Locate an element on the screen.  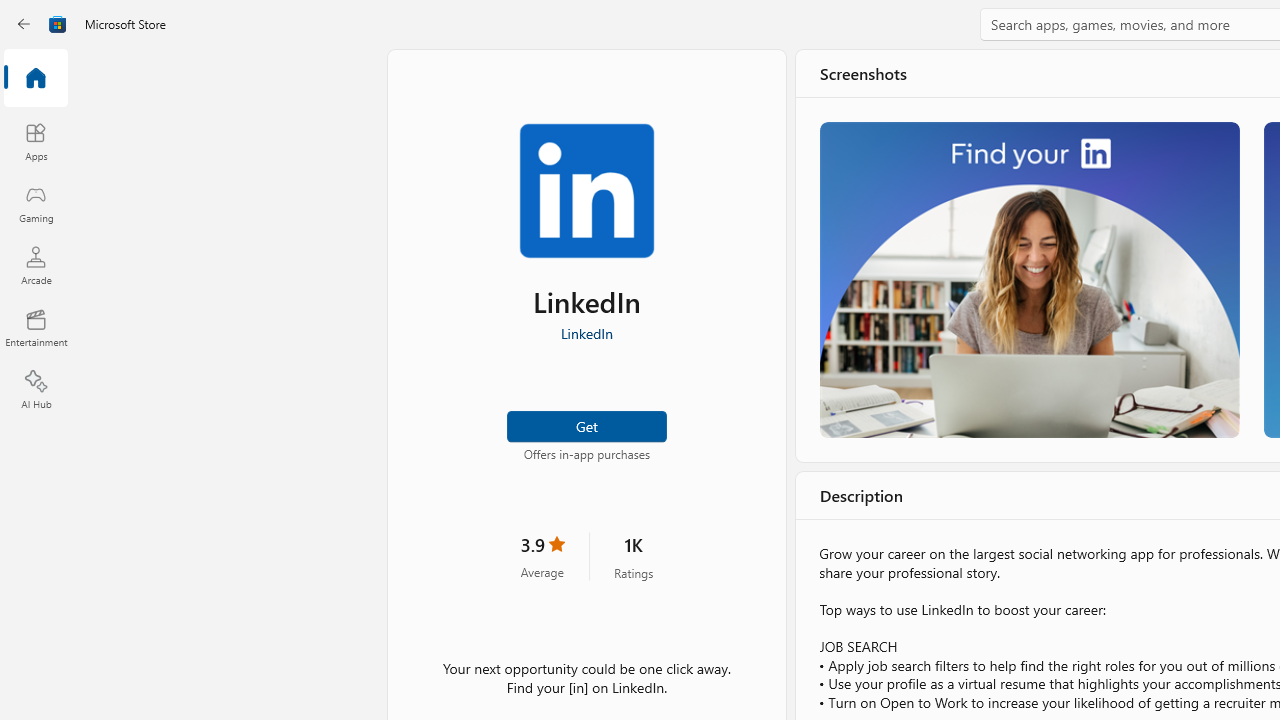
'LinkedIn' is located at coordinates (585, 332).